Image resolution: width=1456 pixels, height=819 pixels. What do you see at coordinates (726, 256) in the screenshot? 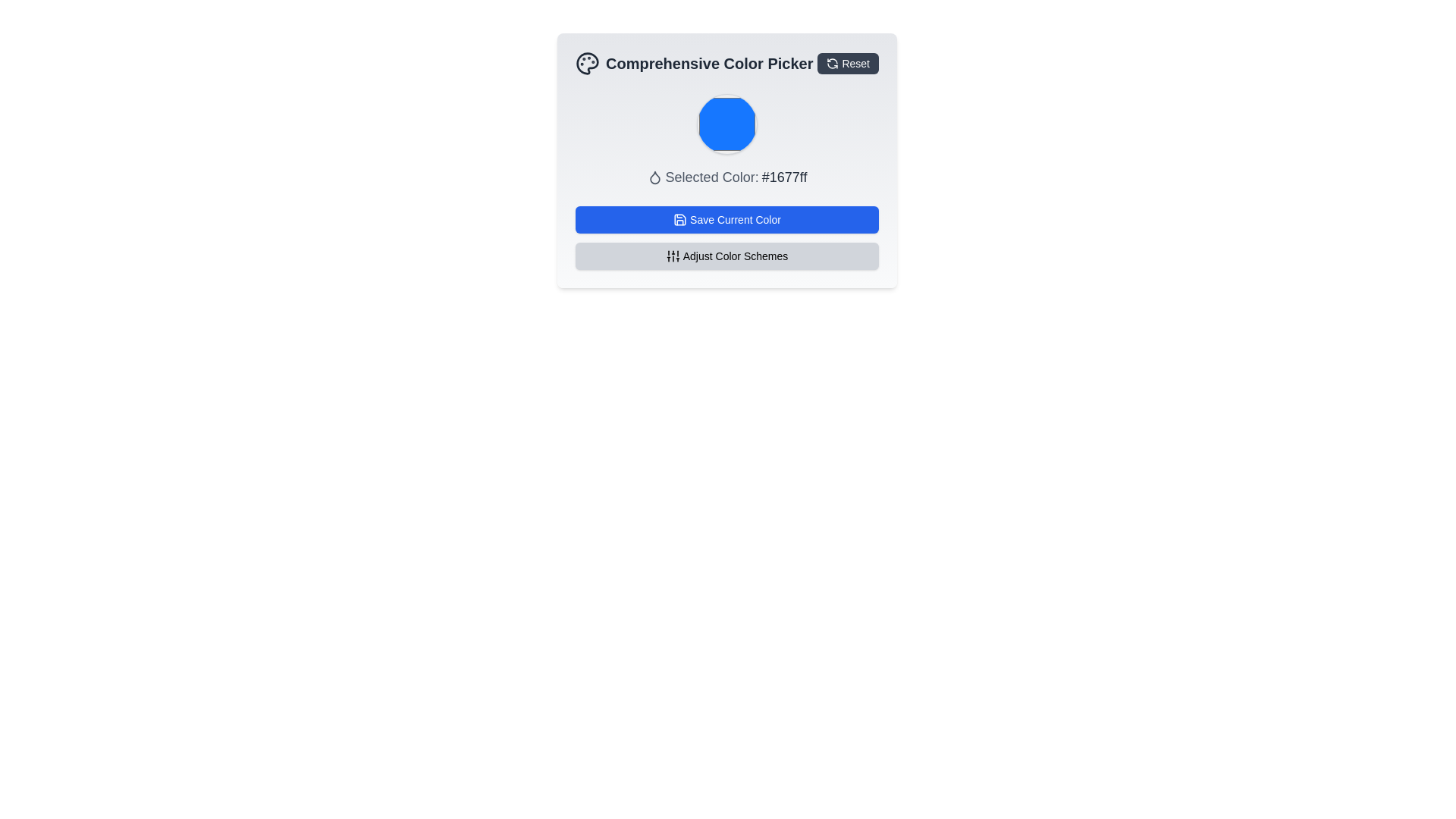
I see `the 'Adjust Color Schemes' button, which is a rectangular button with rounded corners, gray background, and black outline, located below the 'Save Current Color' button` at bounding box center [726, 256].